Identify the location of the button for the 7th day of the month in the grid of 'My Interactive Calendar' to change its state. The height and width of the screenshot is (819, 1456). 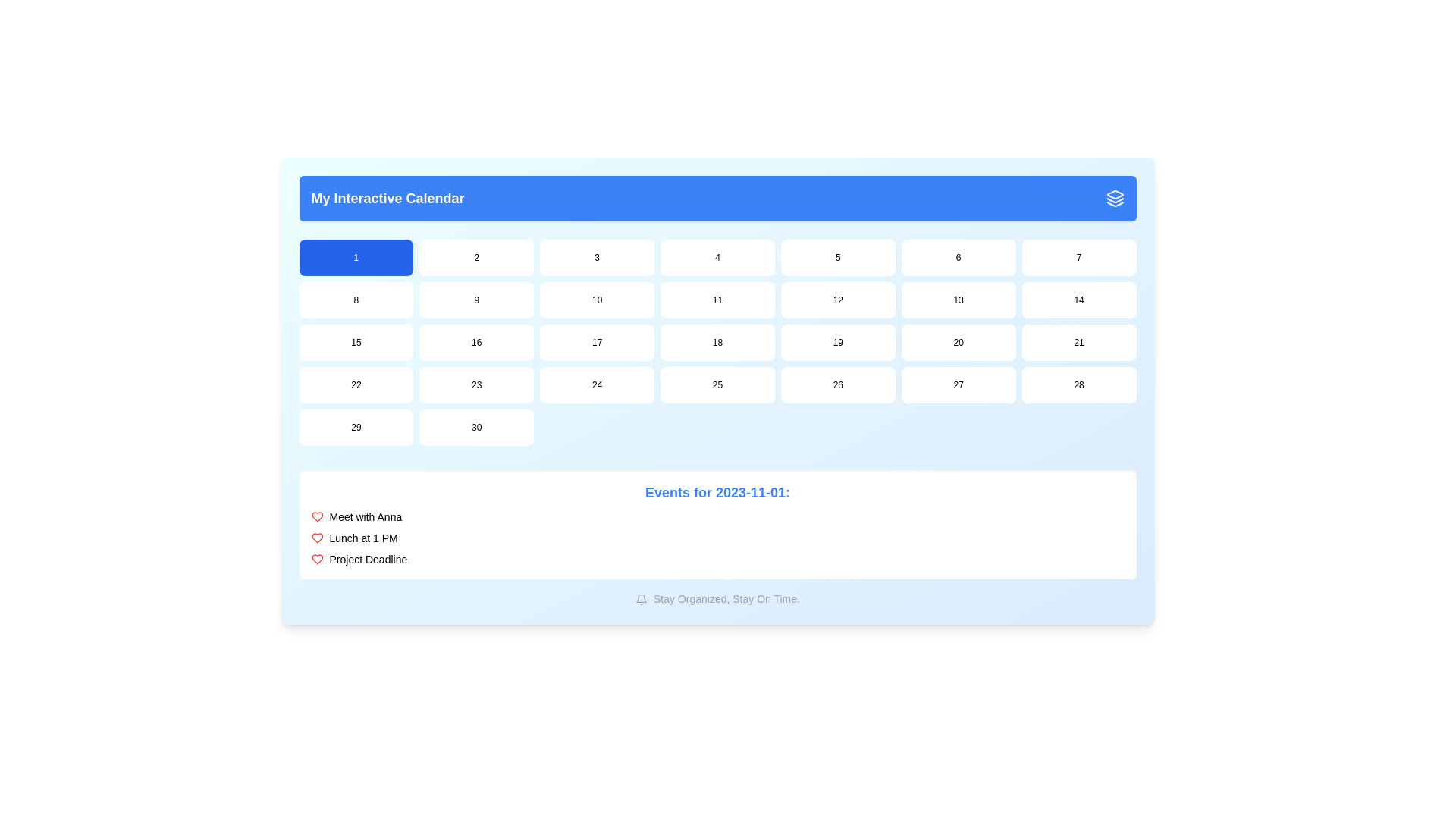
(1078, 256).